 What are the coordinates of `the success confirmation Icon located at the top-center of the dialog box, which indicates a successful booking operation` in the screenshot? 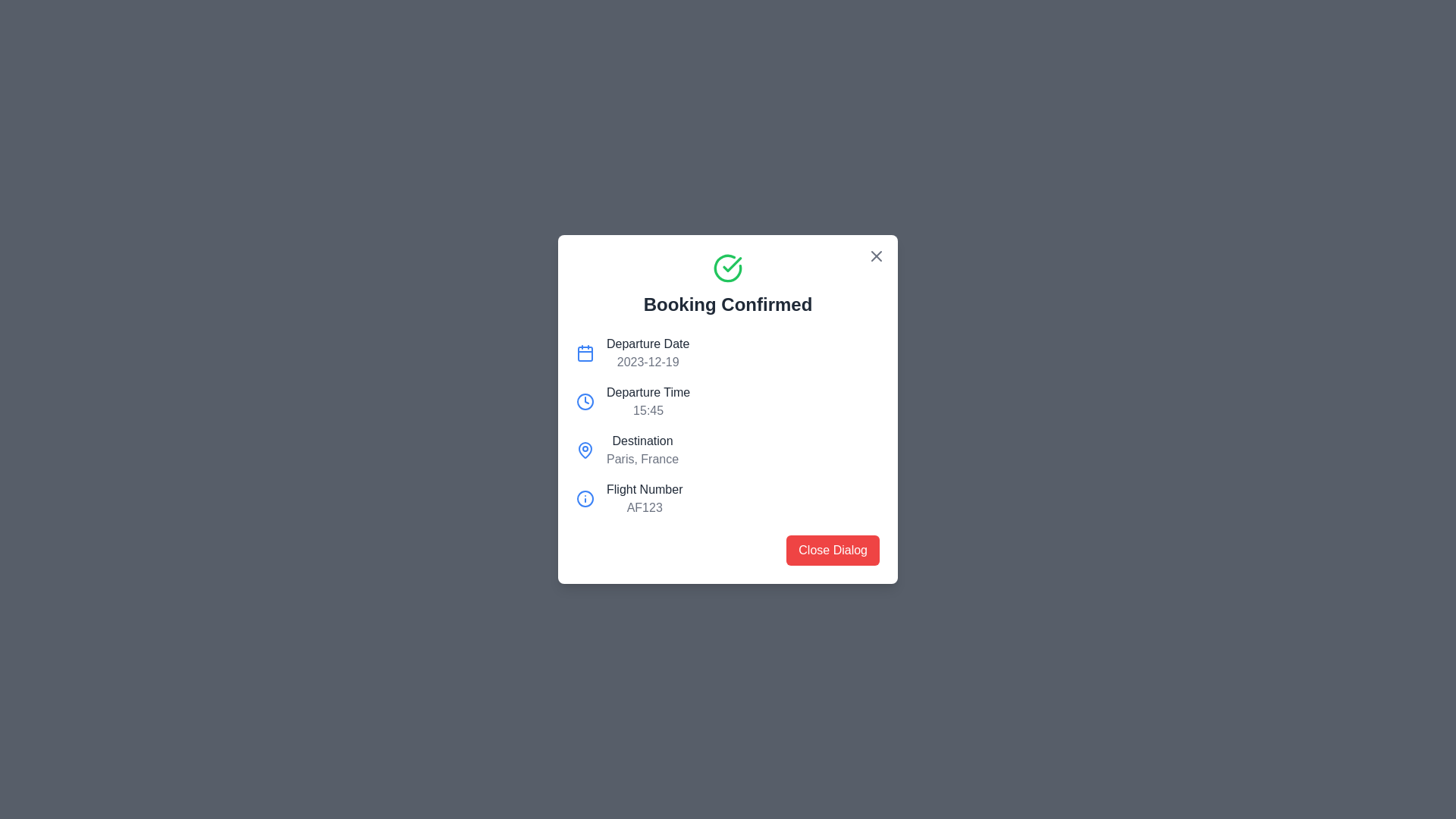 It's located at (728, 268).